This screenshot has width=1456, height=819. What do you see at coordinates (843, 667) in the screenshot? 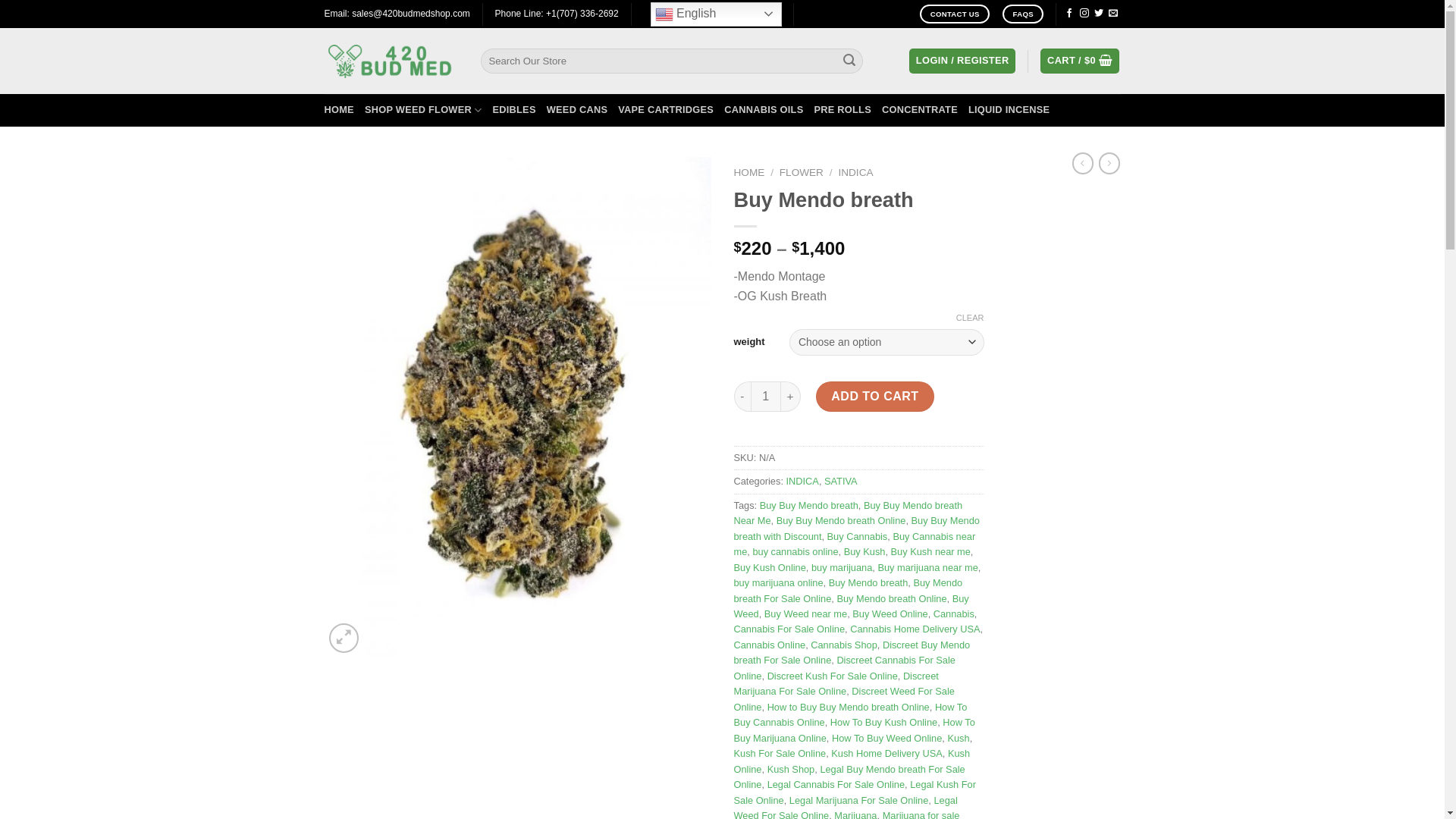
I see `'Discreet Cannabis For Sale Online'` at bounding box center [843, 667].